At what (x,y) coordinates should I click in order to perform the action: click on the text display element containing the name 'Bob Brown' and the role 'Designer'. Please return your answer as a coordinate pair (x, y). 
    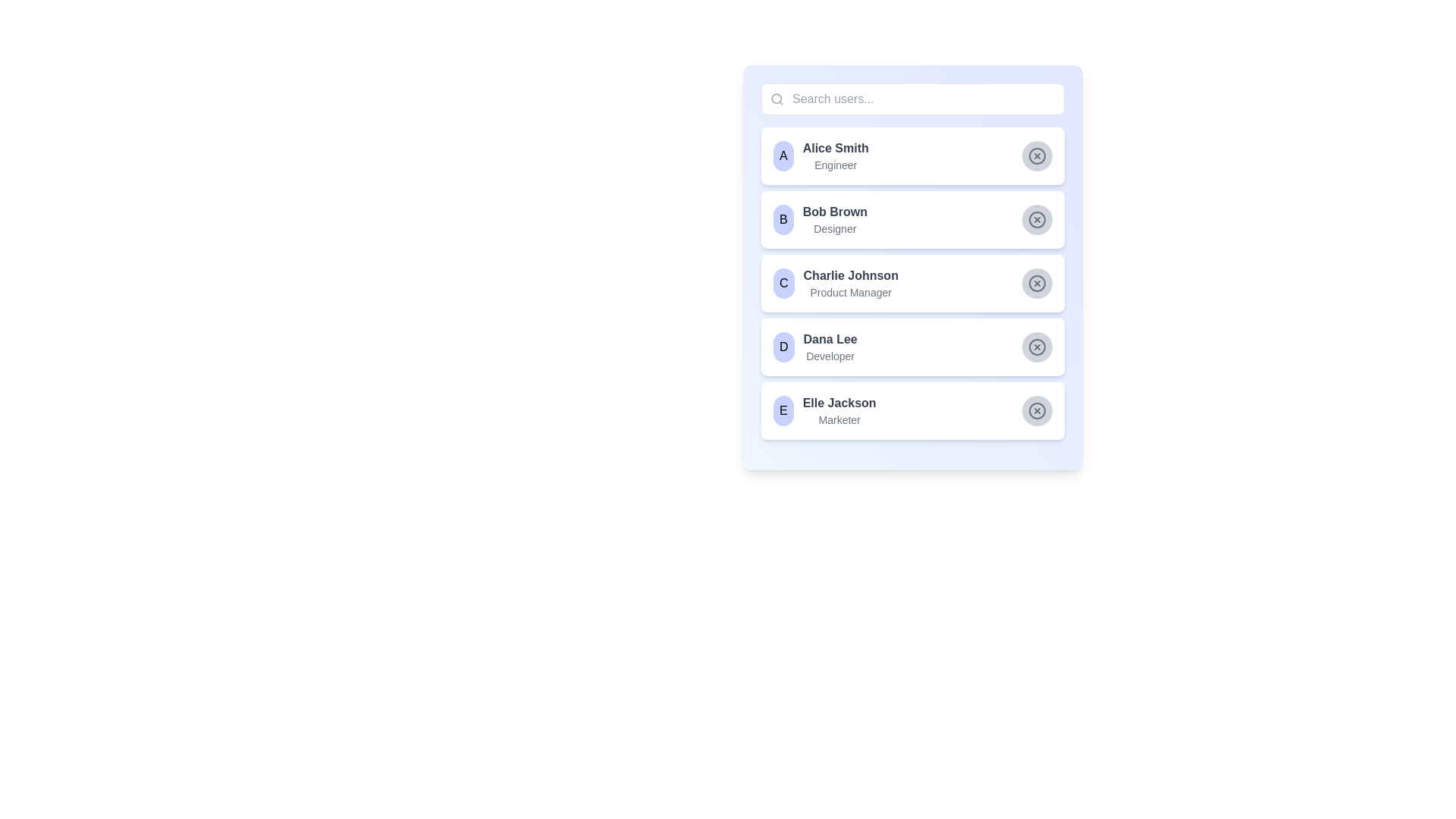
    Looking at the image, I should click on (834, 219).